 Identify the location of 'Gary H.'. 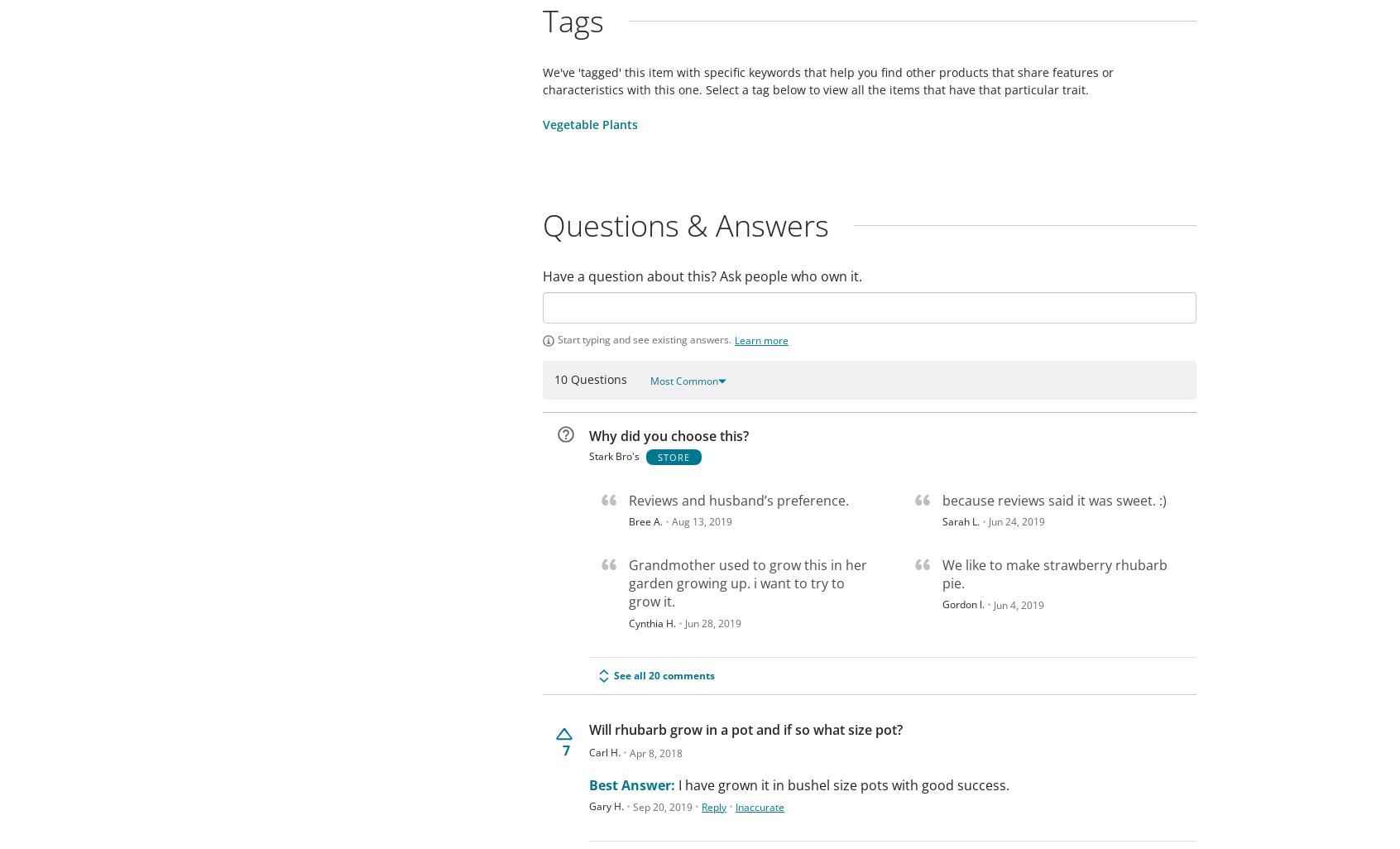
(605, 806).